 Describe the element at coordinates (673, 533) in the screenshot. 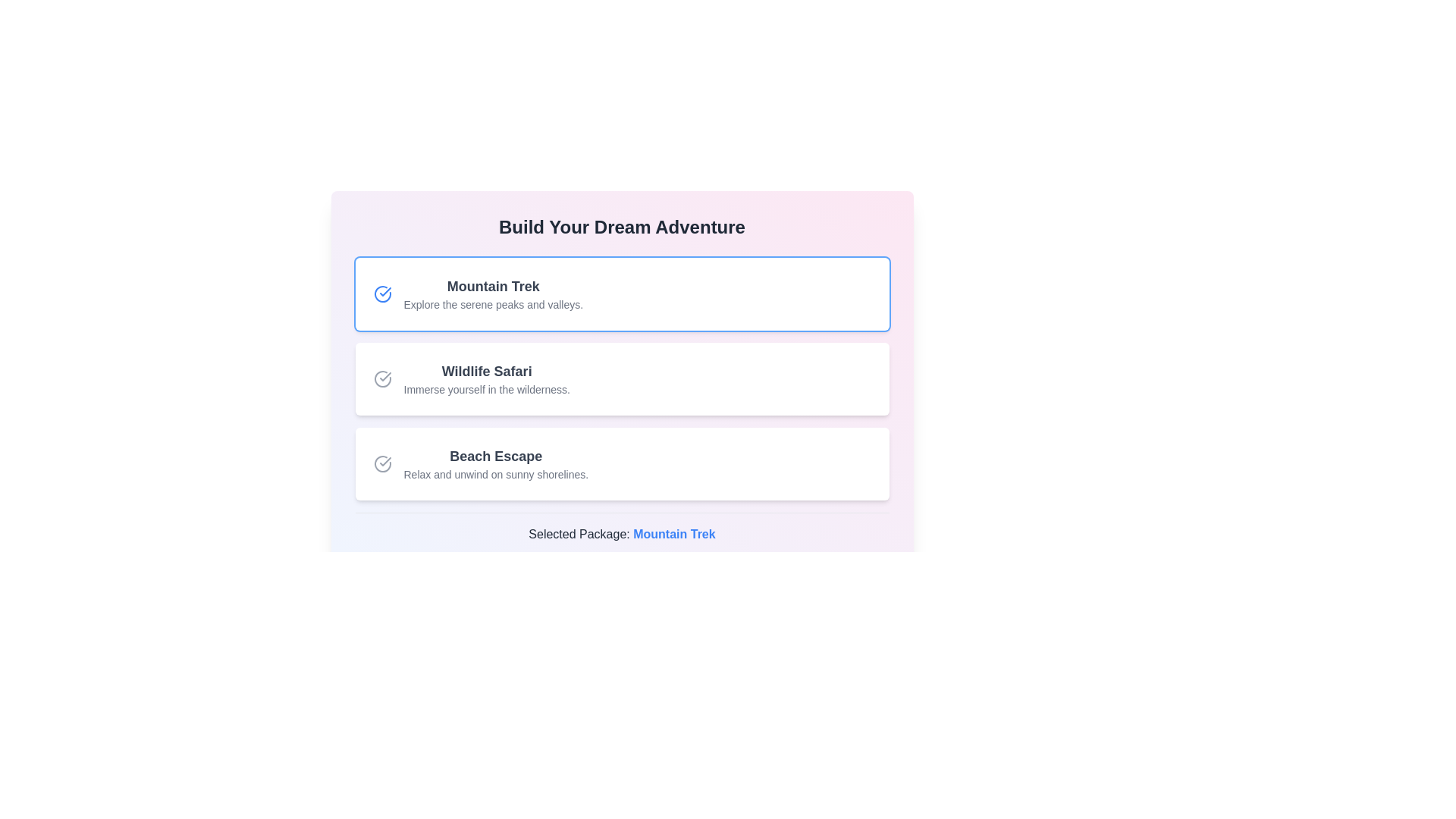

I see `the 'Selected Package' text label that displays the name of the selected package, located in the lower region of the interface, to the right of the 'Selected Package' label` at that location.